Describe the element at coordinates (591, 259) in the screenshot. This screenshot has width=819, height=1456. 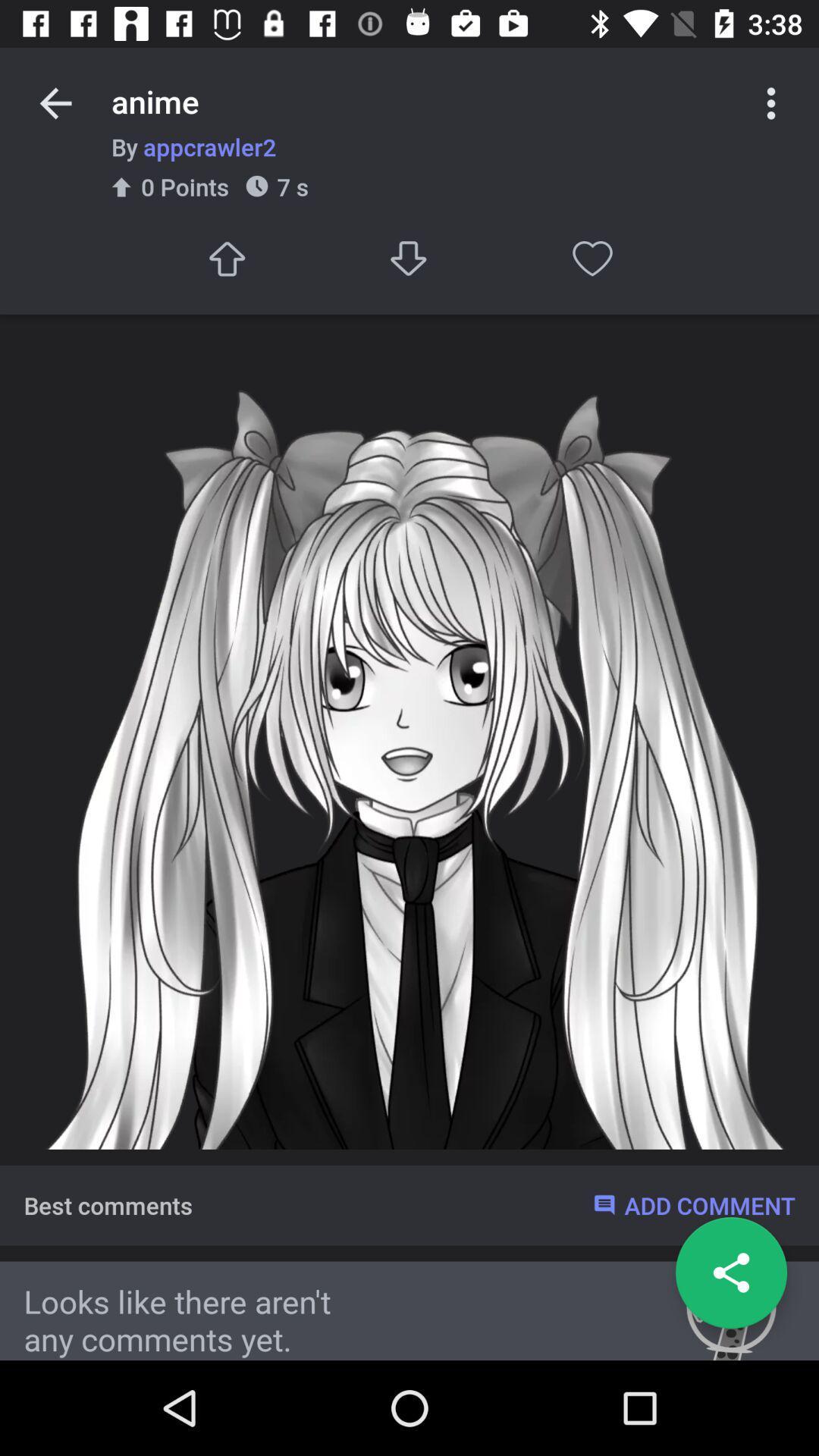
I see `like post` at that location.